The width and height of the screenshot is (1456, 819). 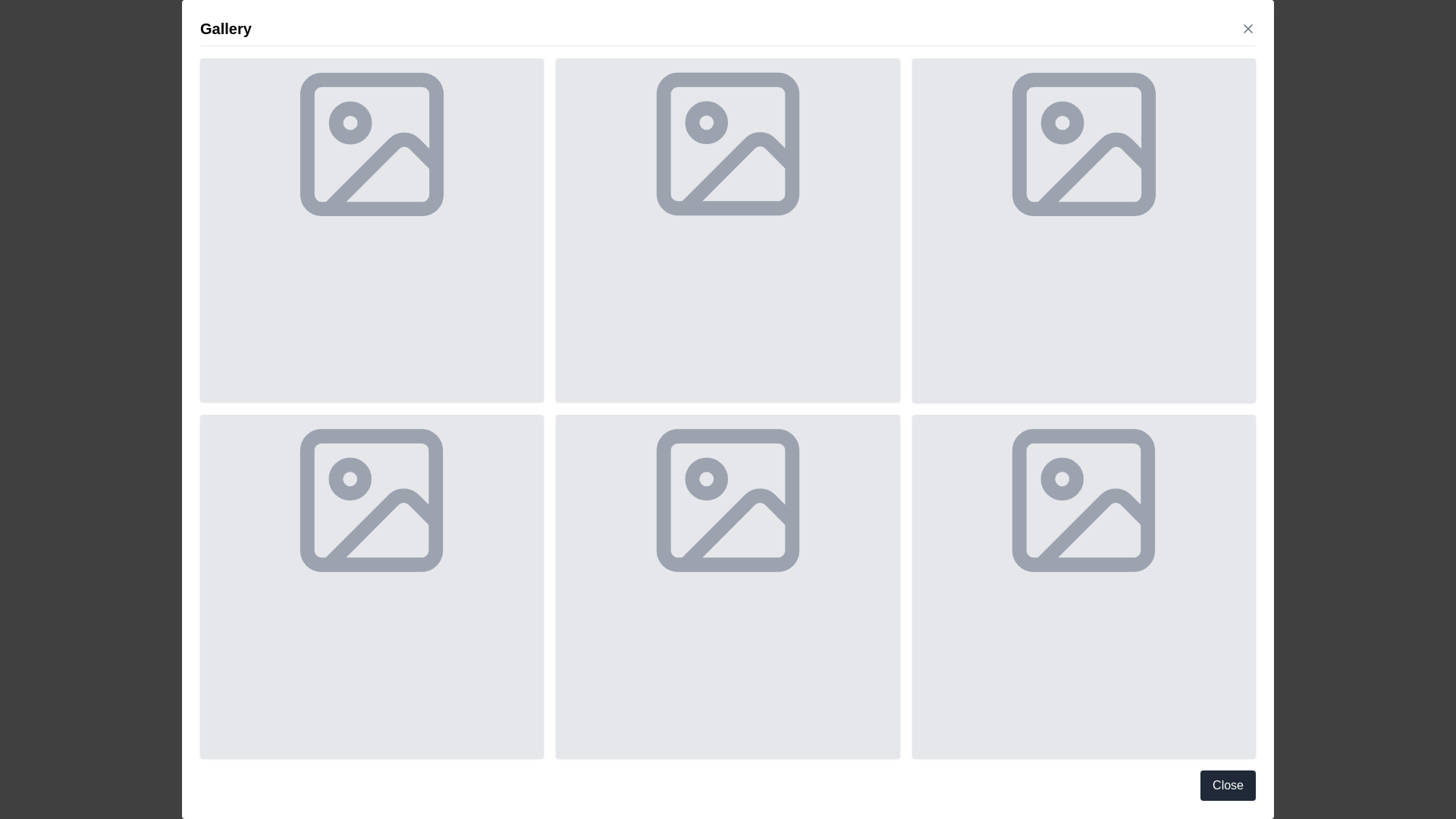 I want to click on the Decorative Circle, which is a small circular shape with a solid outline located in the top-left corner of the first square icon in the gallery grid, so click(x=350, y=122).